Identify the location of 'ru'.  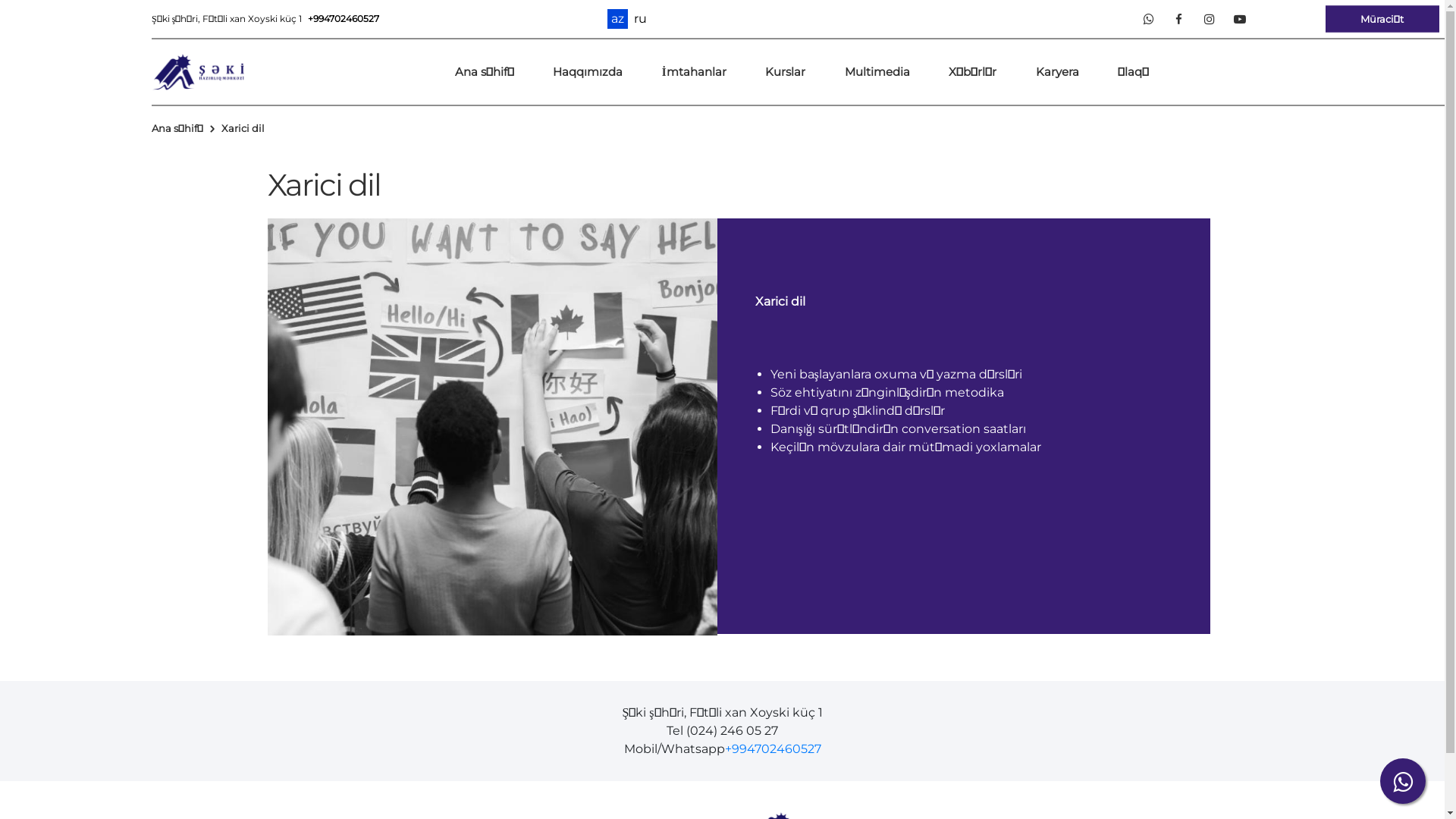
(640, 18).